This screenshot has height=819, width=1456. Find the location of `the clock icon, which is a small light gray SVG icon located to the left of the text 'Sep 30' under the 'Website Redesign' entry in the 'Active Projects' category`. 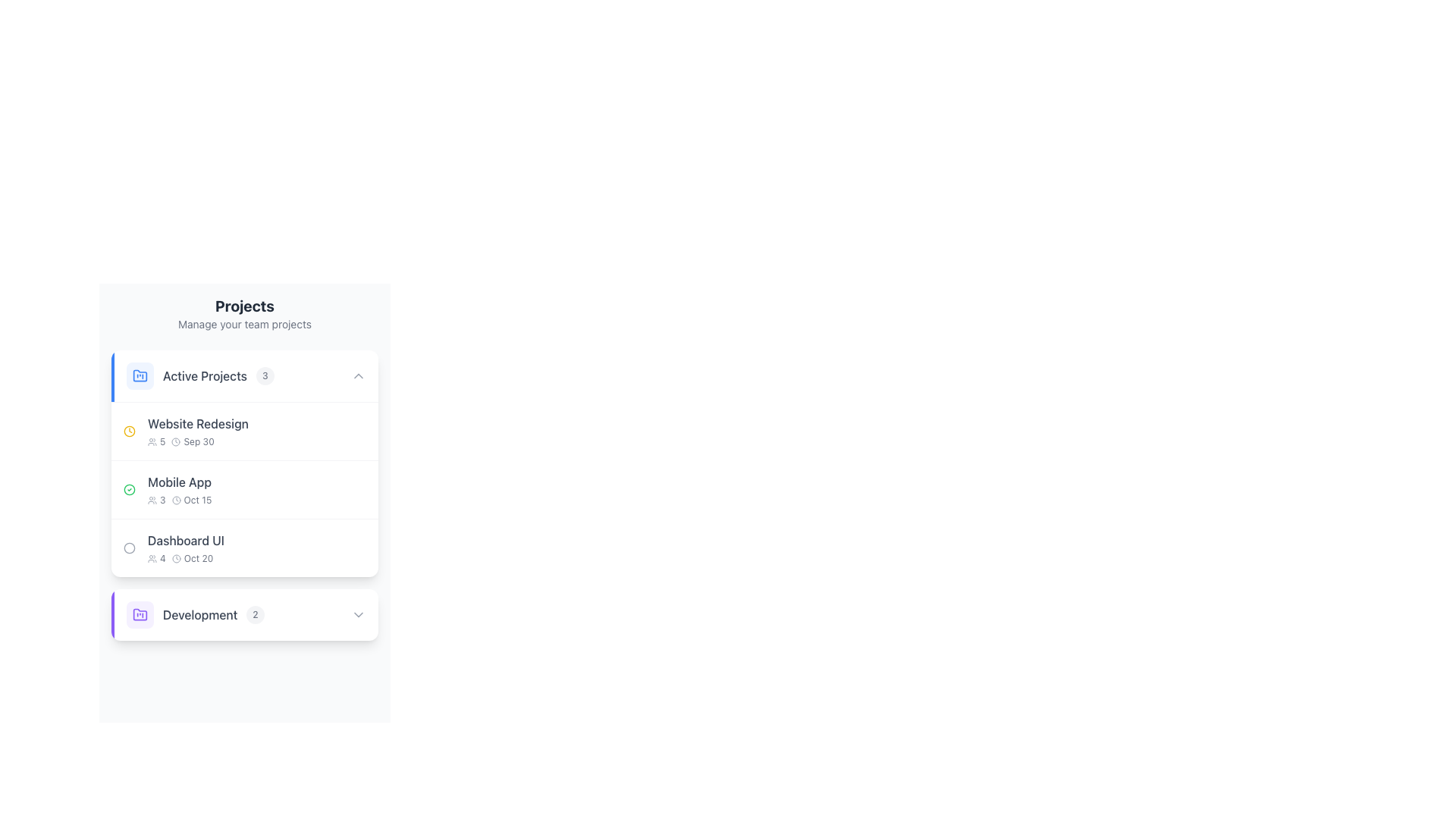

the clock icon, which is a small light gray SVG icon located to the left of the text 'Sep 30' under the 'Website Redesign' entry in the 'Active Projects' category is located at coordinates (176, 441).